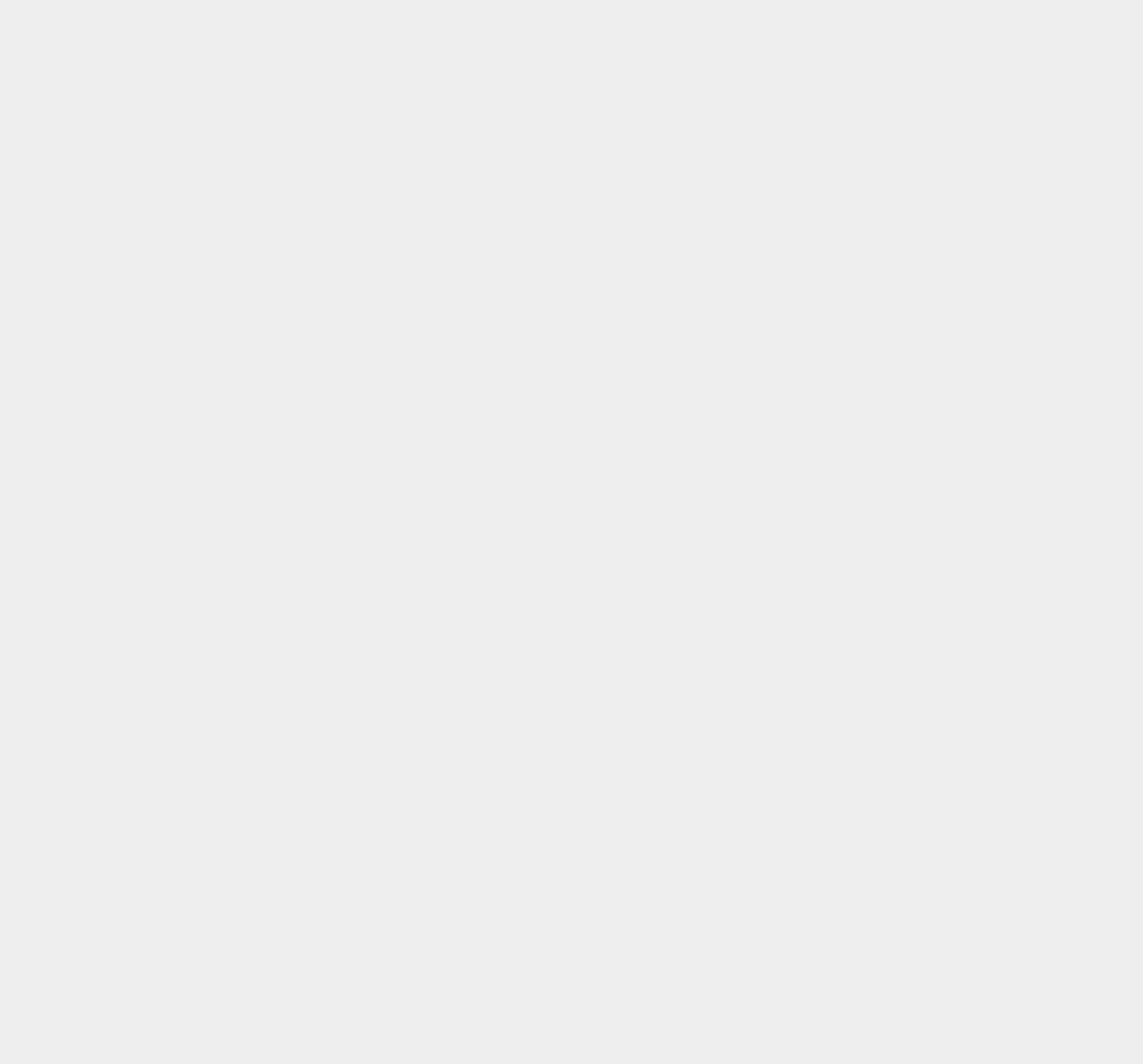 This screenshot has width=1143, height=1064. What do you see at coordinates (834, 280) in the screenshot?
I see `'Vlogging'` at bounding box center [834, 280].